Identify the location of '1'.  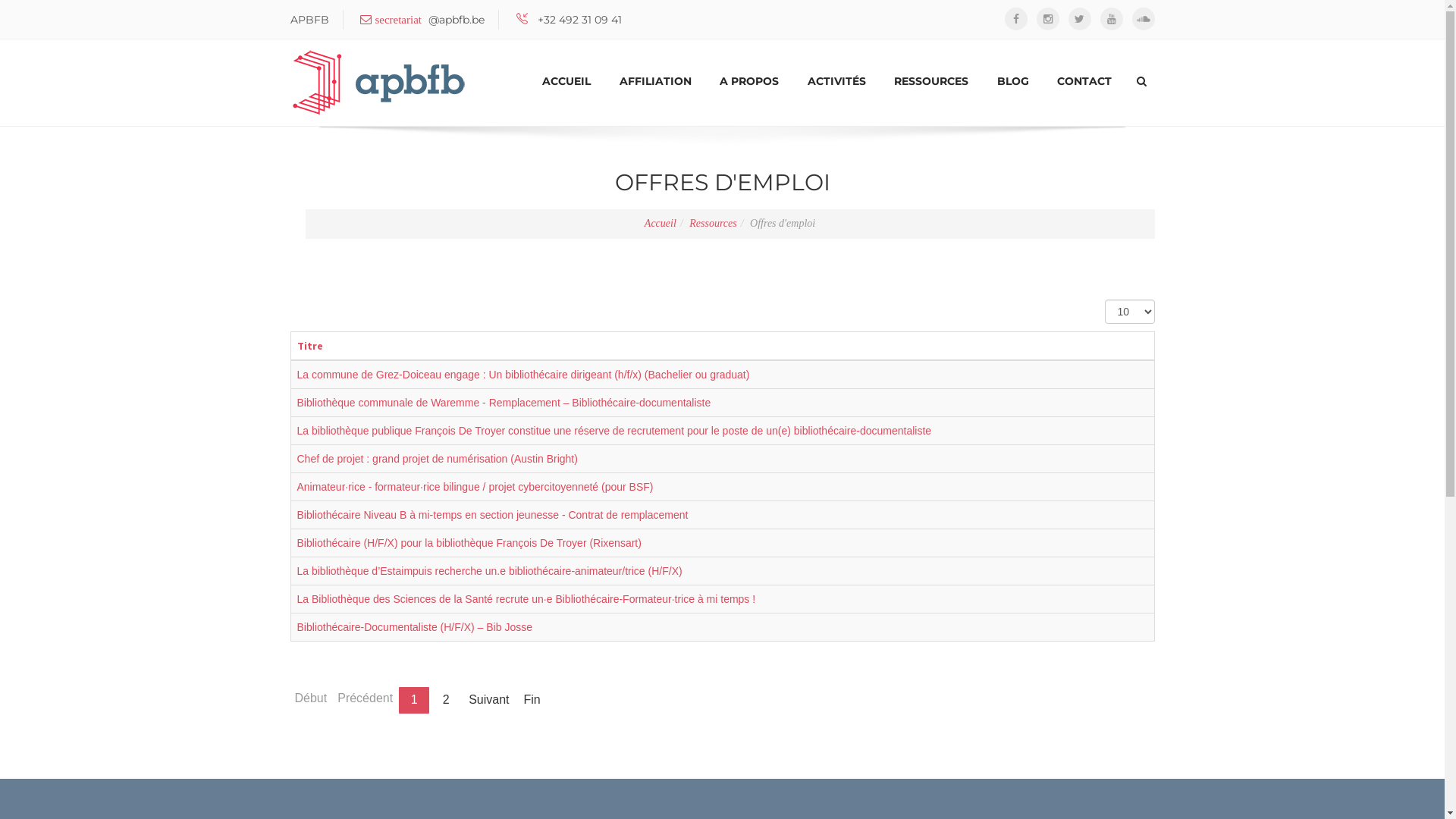
(414, 700).